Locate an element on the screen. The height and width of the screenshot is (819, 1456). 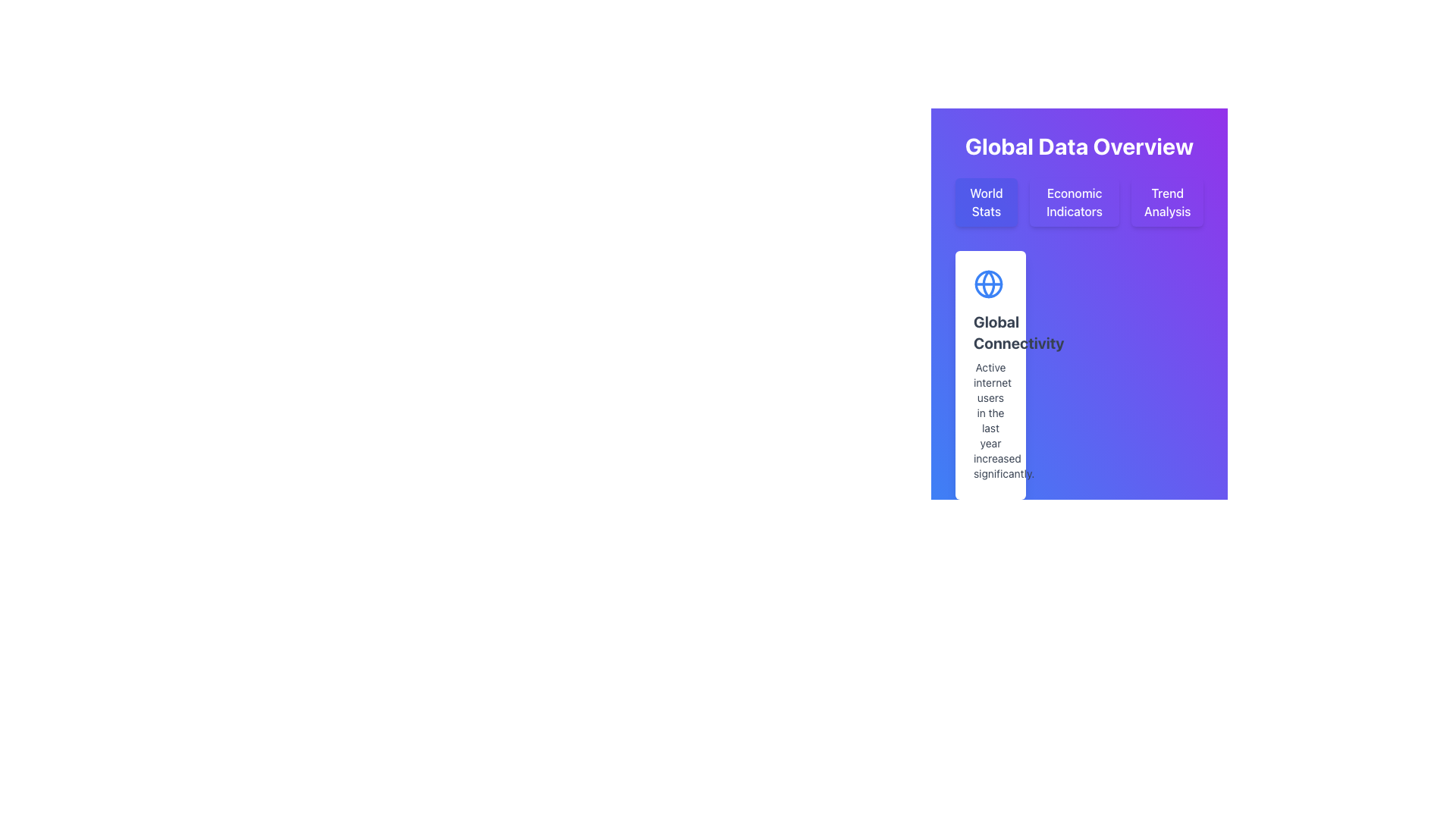
the 'World Stats' button, which is the first option in a horizontal list of three items for navigation to statistics related to the world is located at coordinates (986, 201).